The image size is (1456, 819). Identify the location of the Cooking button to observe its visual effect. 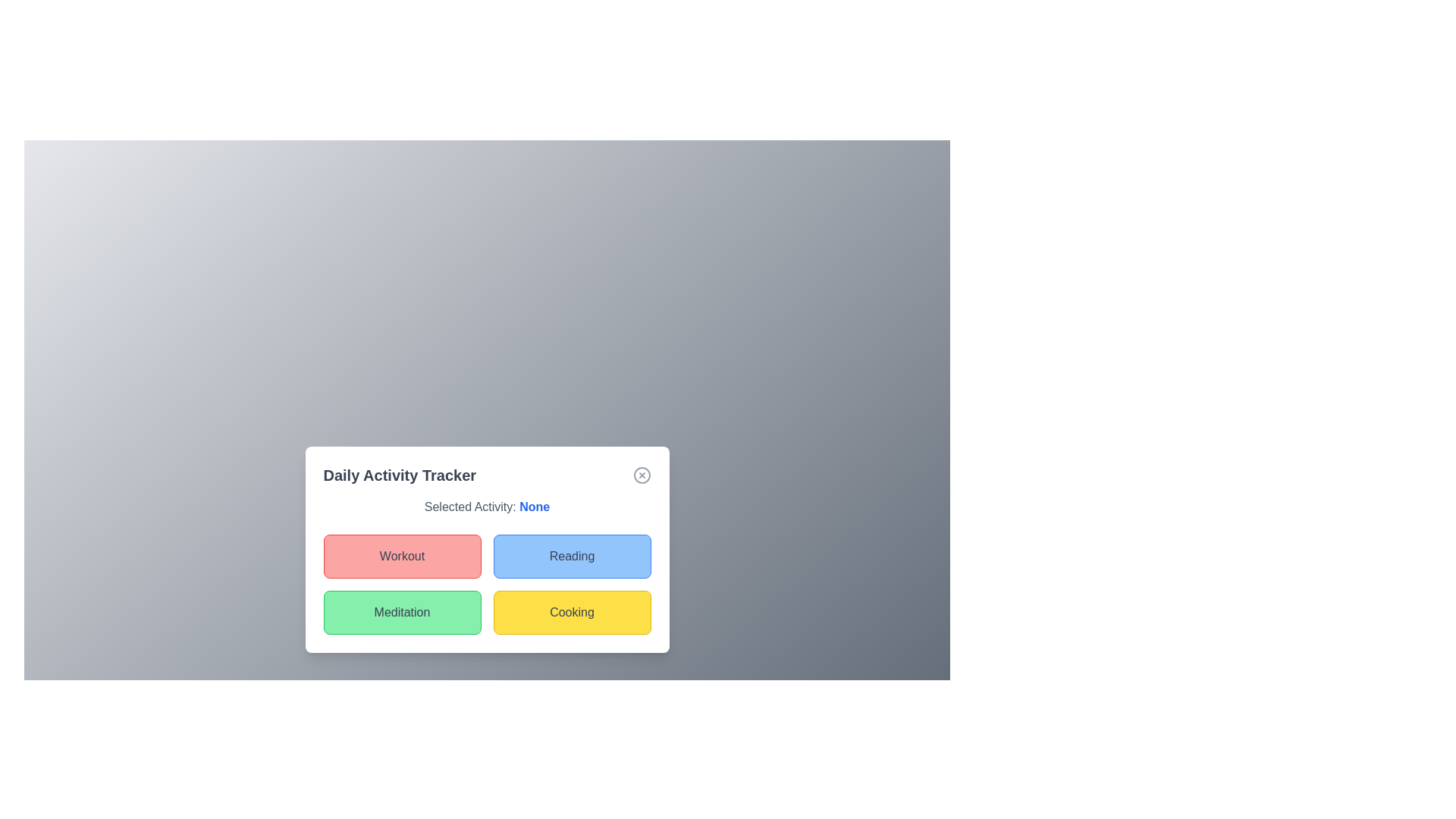
(571, 611).